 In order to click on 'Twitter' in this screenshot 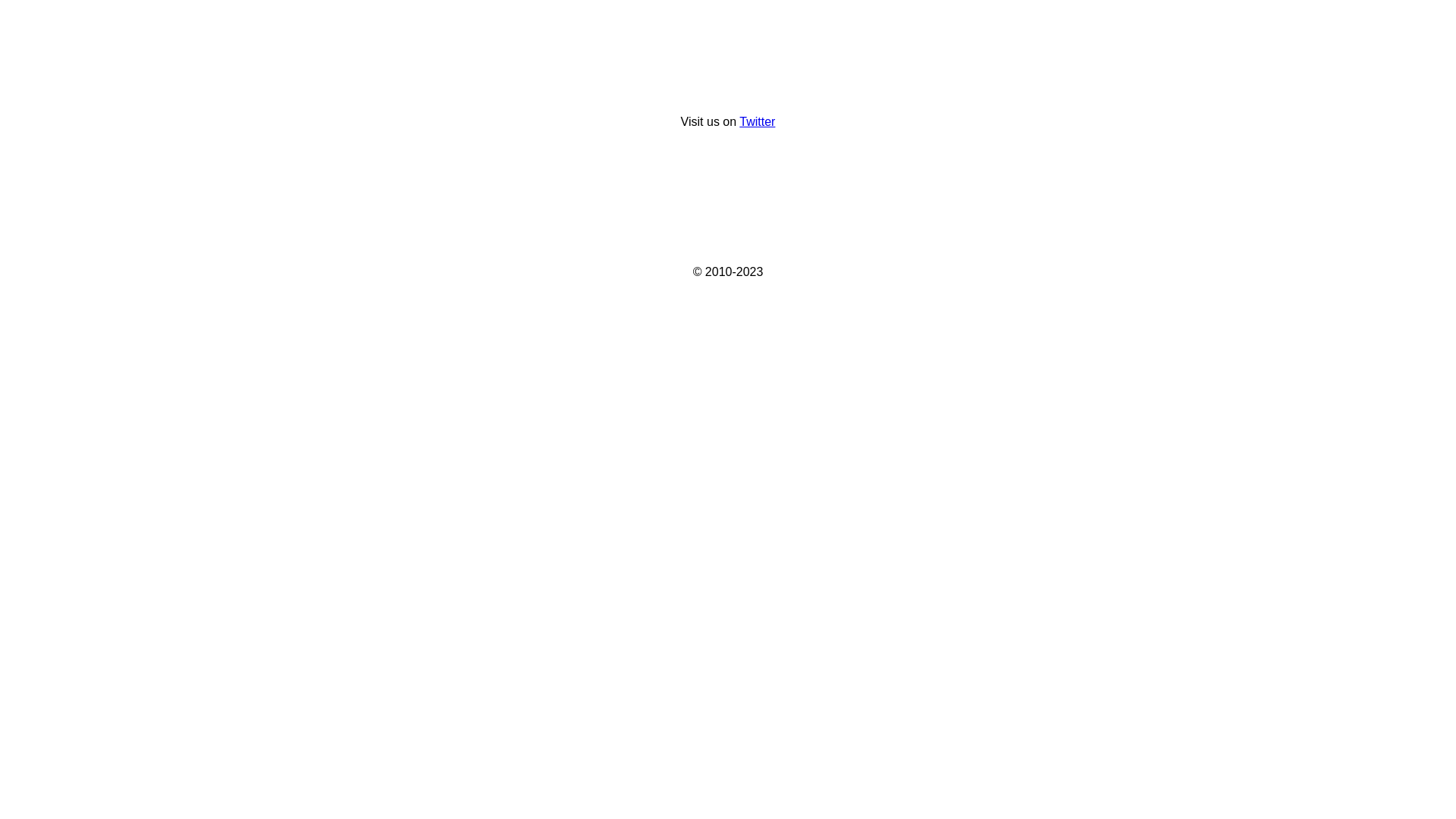, I will do `click(757, 121)`.